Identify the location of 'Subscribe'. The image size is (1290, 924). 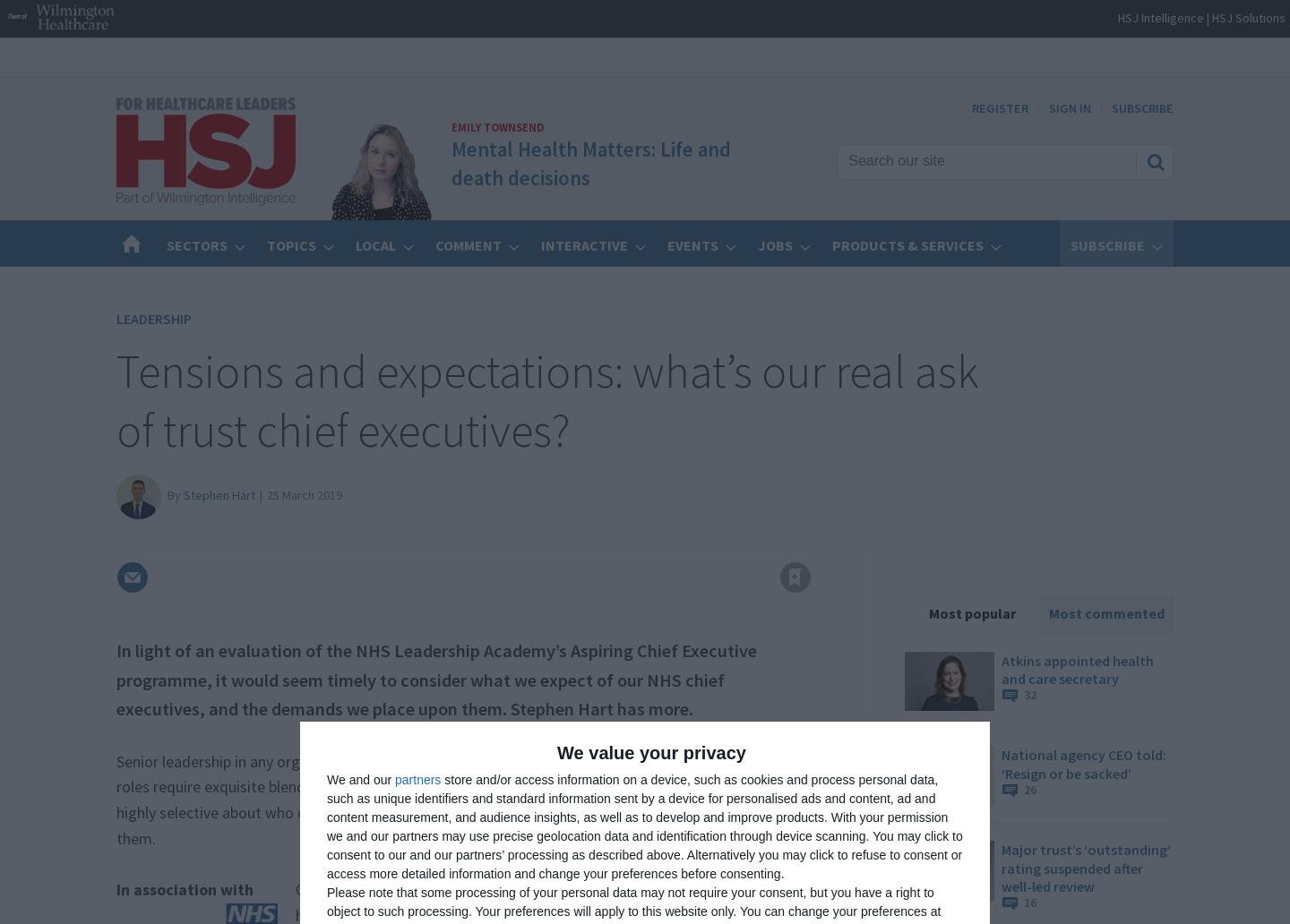
(1071, 244).